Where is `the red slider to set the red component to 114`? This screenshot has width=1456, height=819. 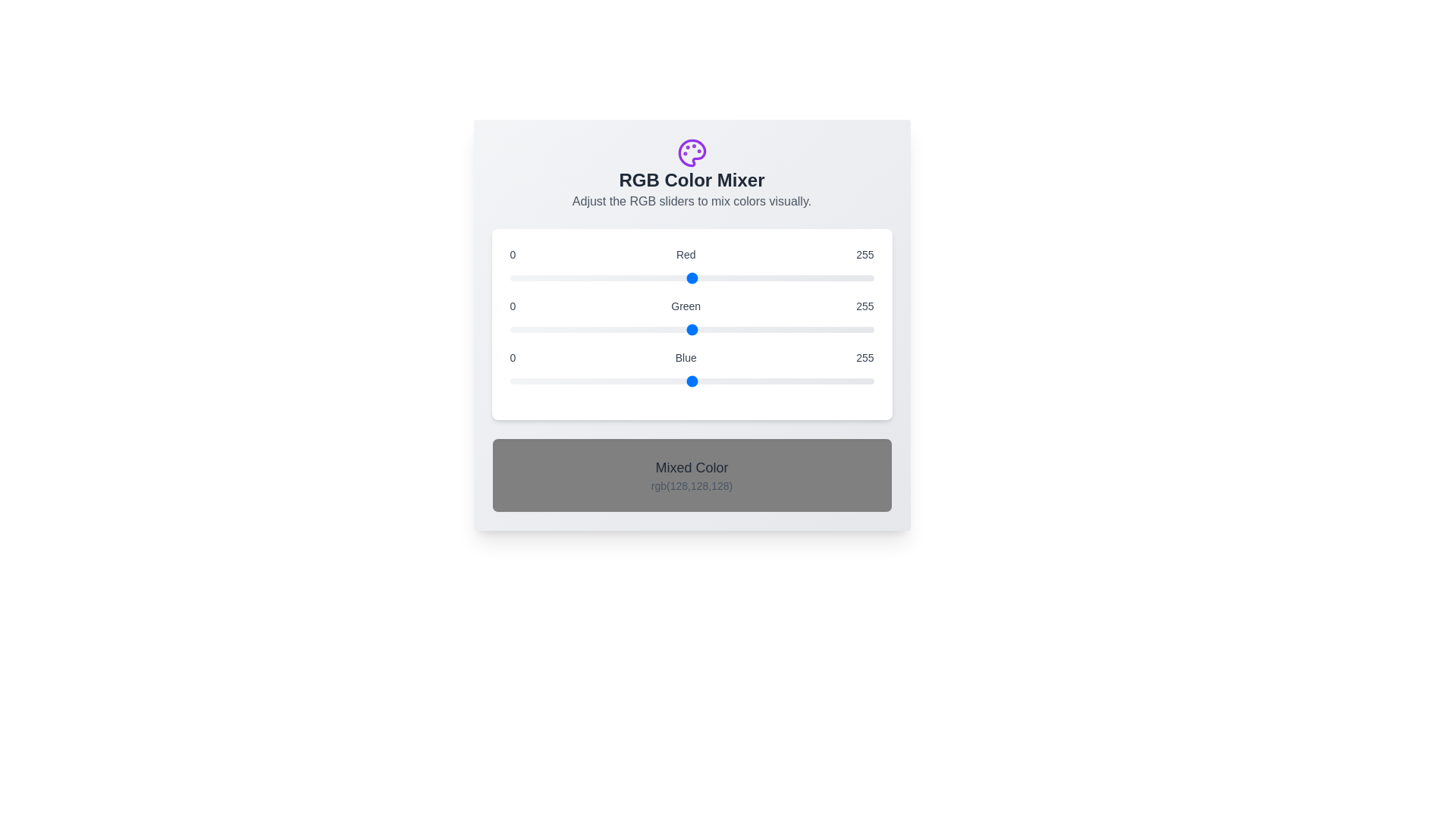 the red slider to set the red component to 114 is located at coordinates (672, 278).